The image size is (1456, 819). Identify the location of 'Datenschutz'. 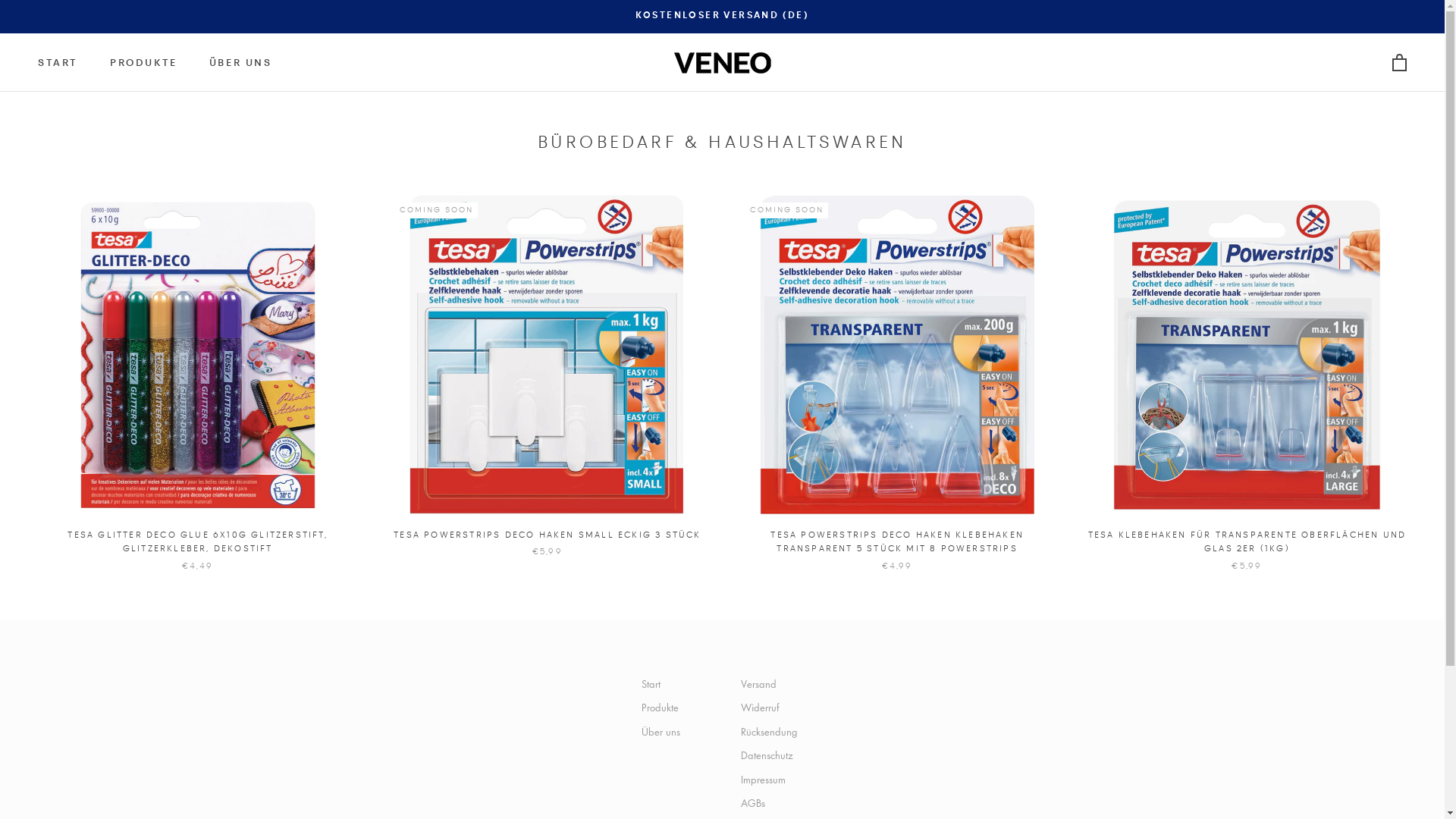
(771, 755).